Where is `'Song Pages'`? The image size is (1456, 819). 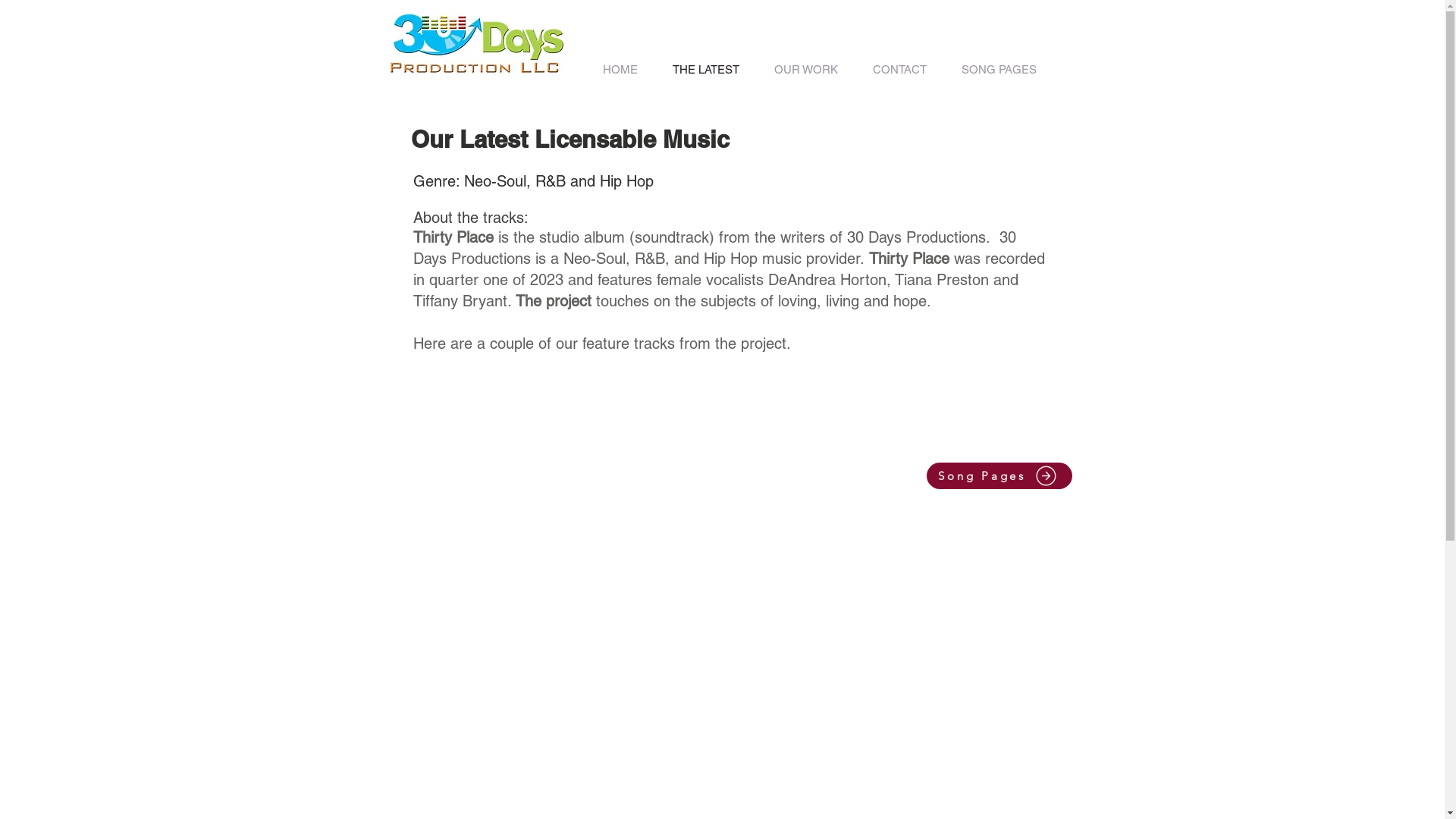
'Song Pages' is located at coordinates (926, 475).